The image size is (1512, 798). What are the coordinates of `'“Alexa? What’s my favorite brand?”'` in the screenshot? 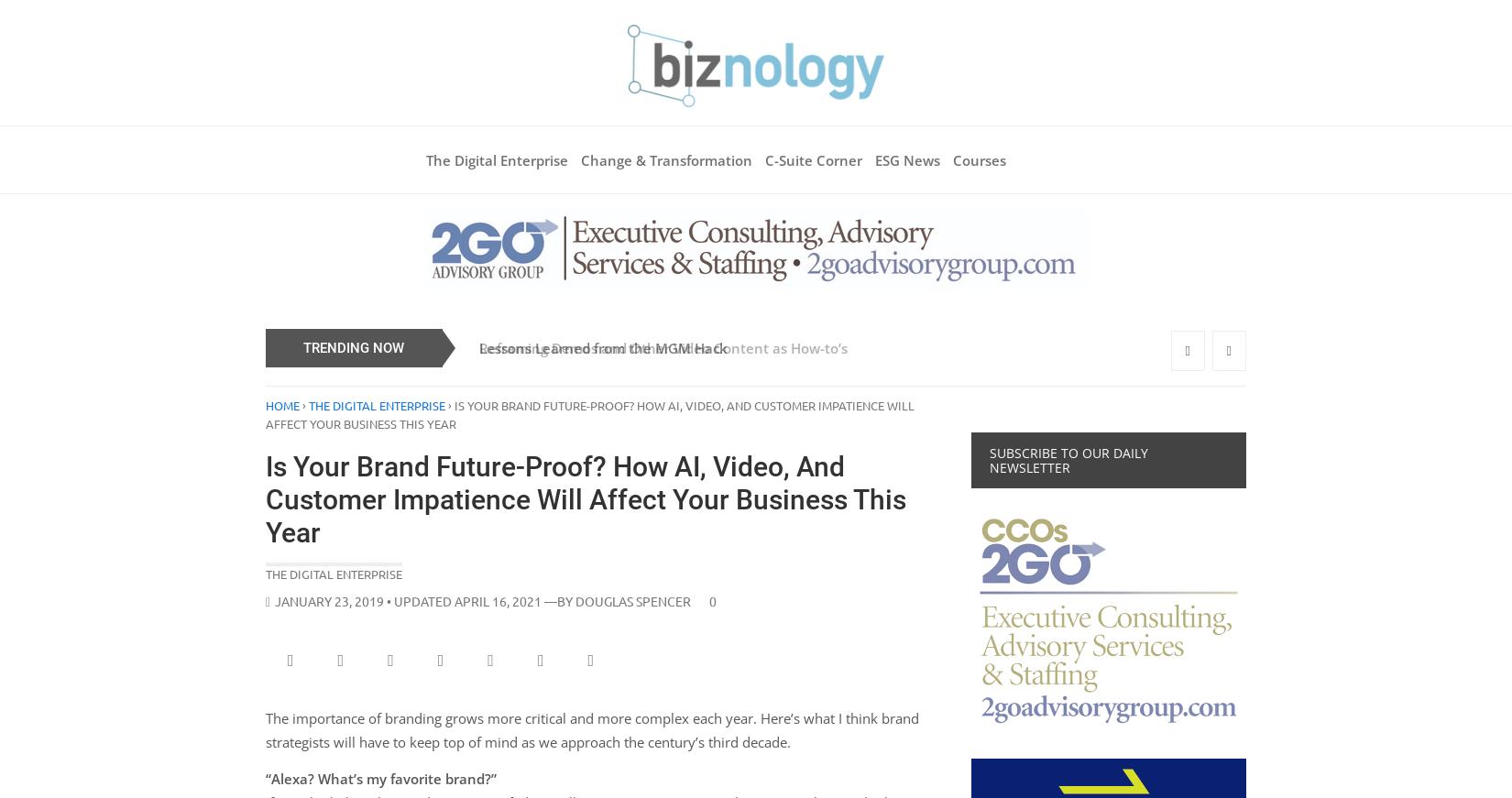 It's located at (379, 779).